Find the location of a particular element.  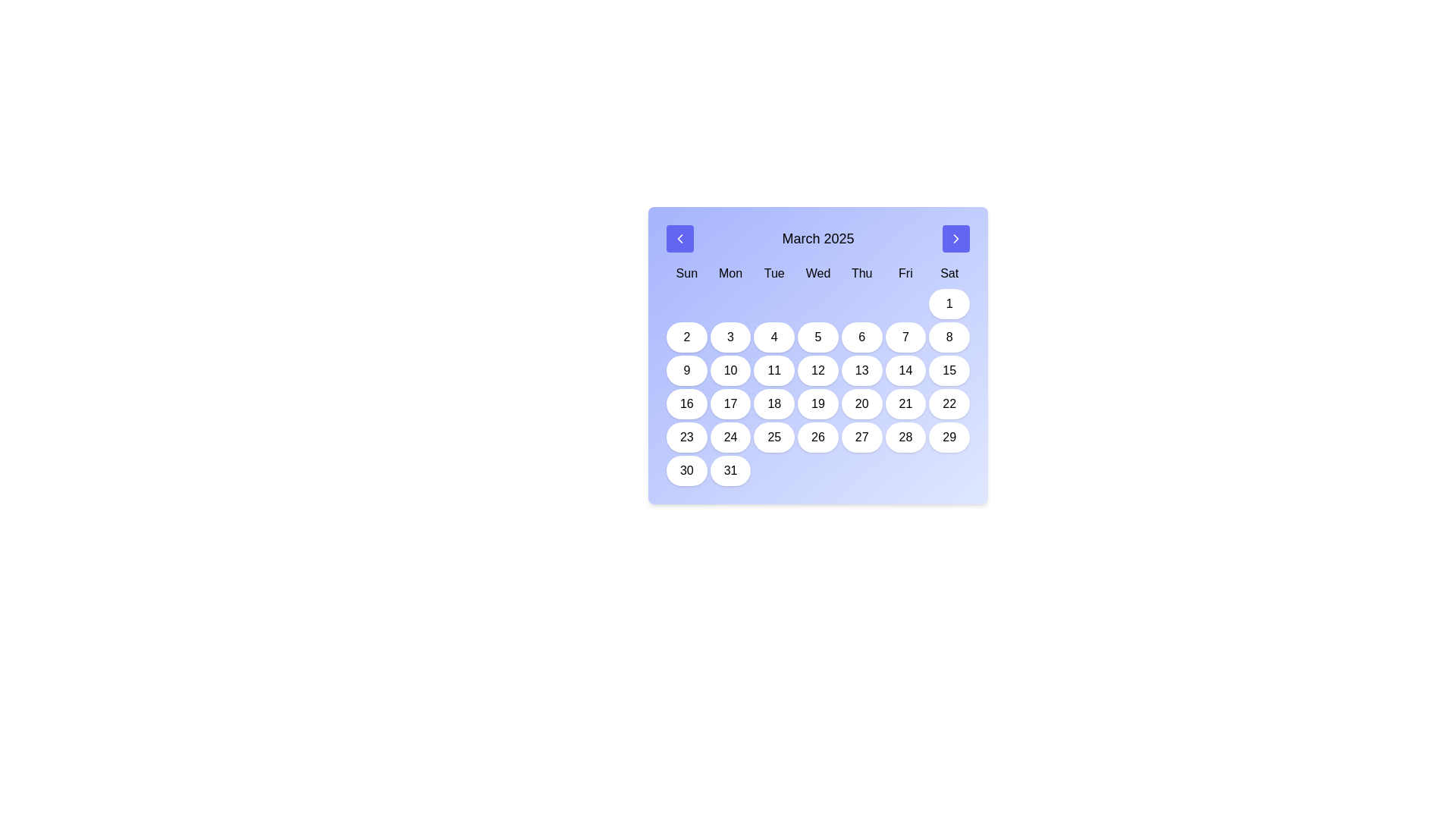

the interactive calendar widget at the specified coordinates is located at coordinates (817, 356).